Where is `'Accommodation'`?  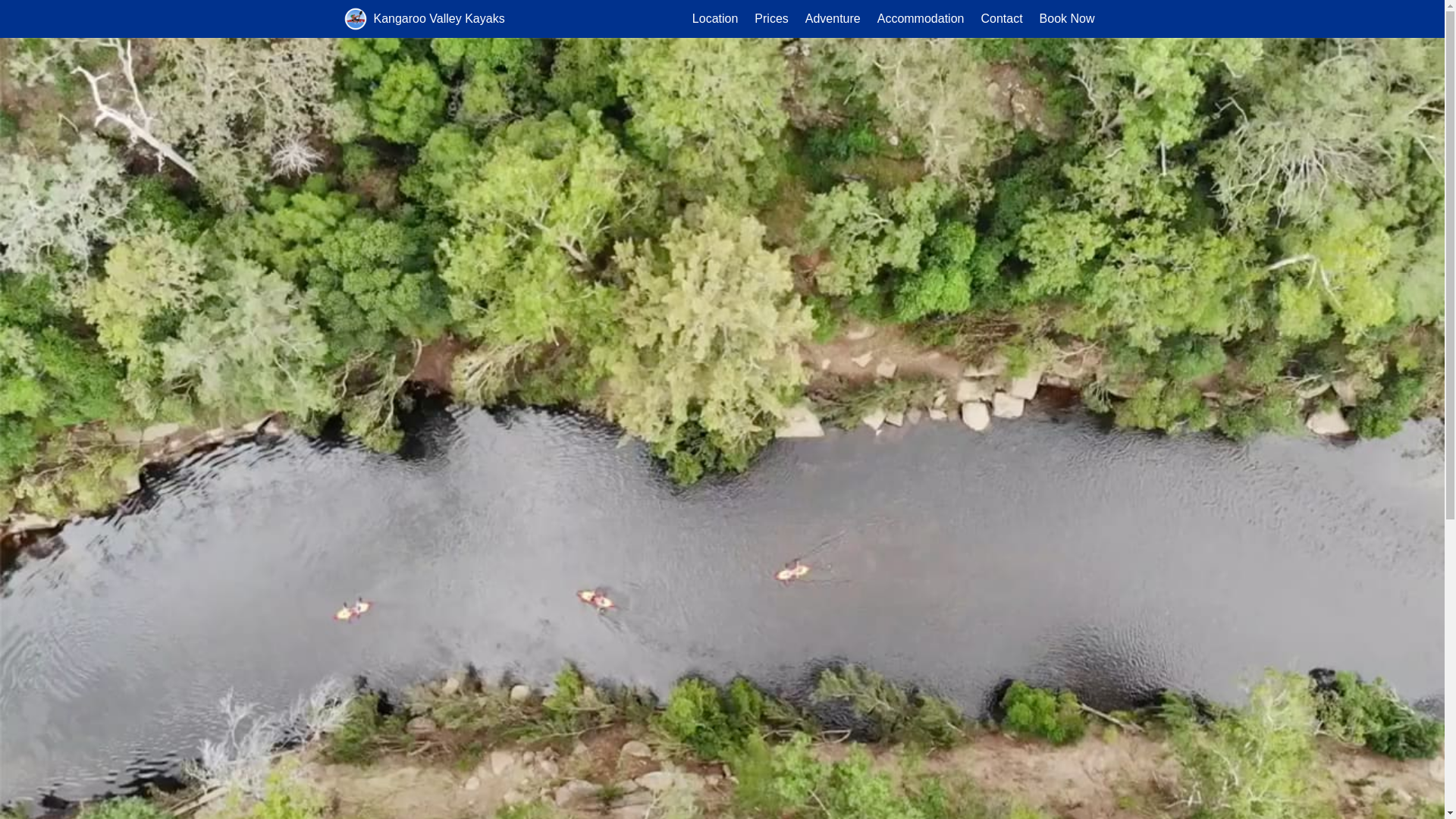
'Accommodation' is located at coordinates (920, 18).